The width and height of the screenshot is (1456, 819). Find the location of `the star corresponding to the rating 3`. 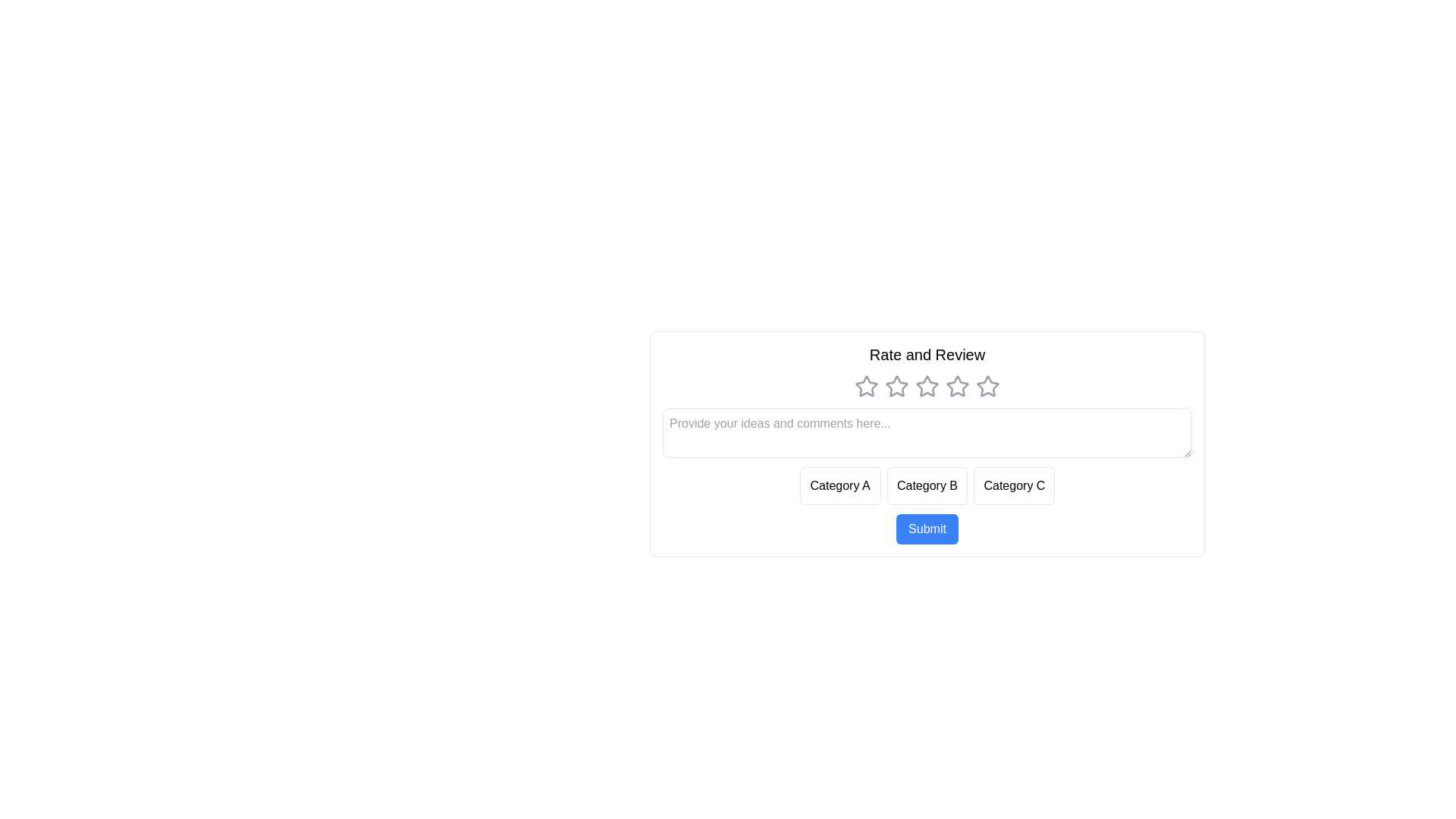

the star corresponding to the rating 3 is located at coordinates (927, 385).